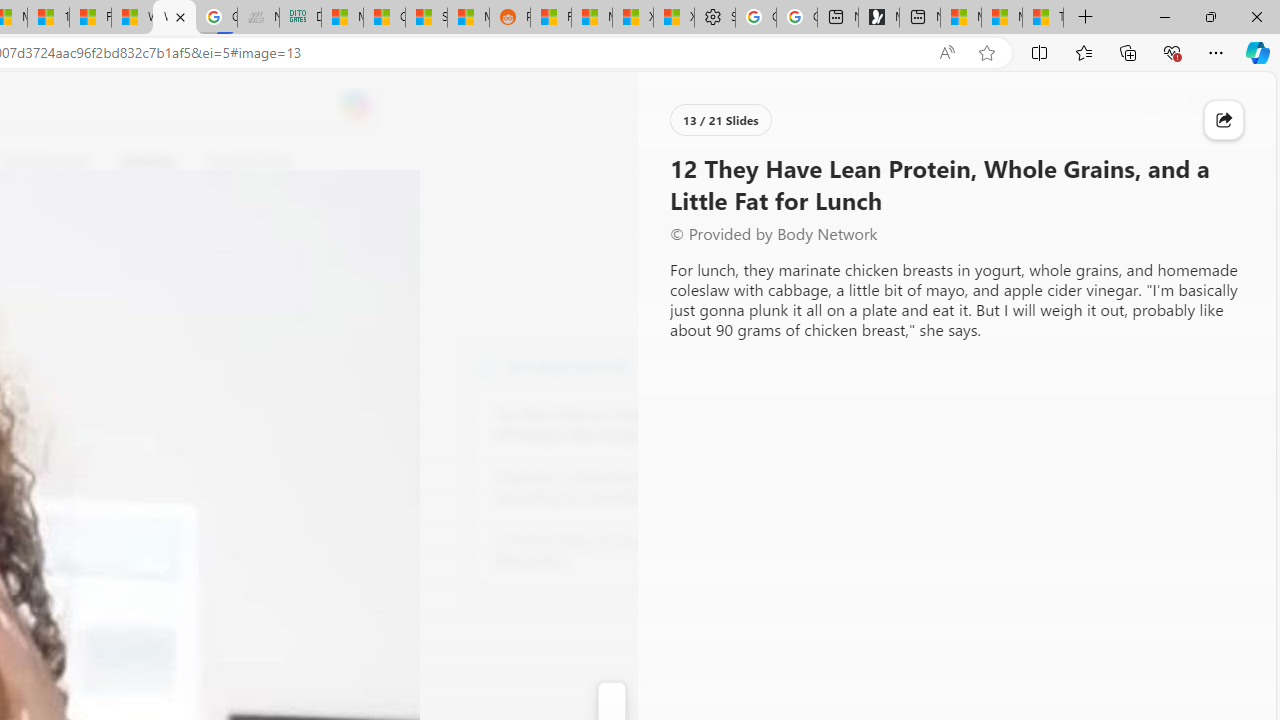  I want to click on 'R******* | Trusted Community Engagement and Contributions', so click(551, 17).